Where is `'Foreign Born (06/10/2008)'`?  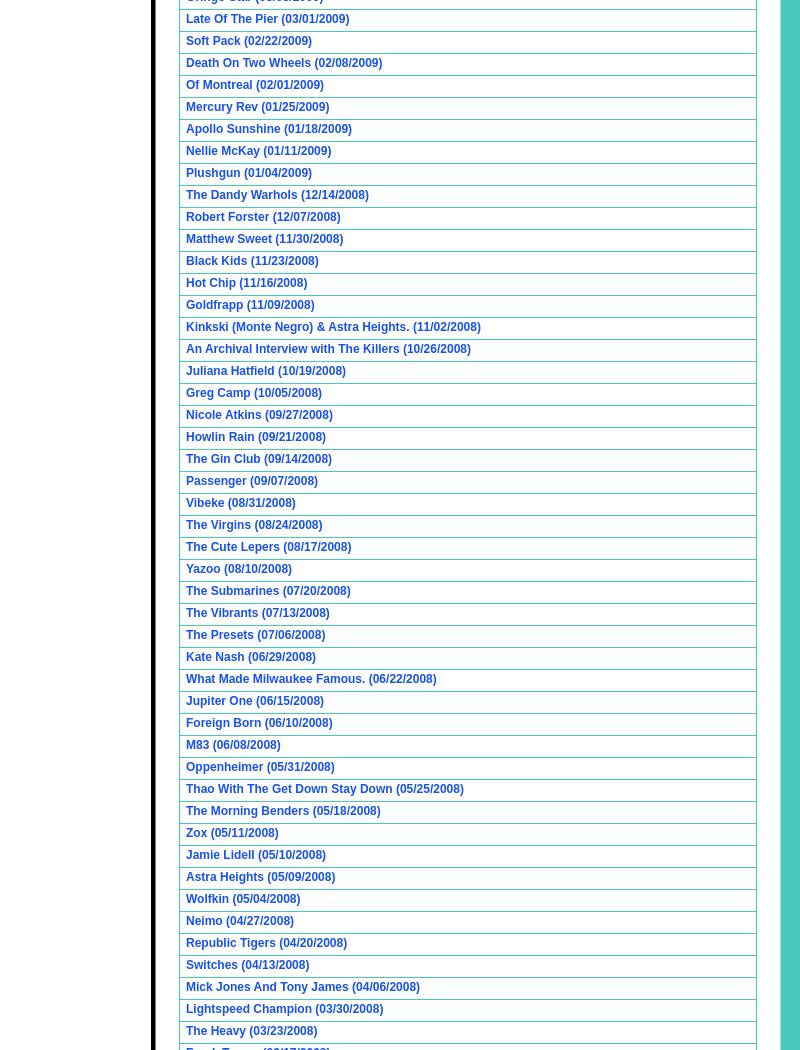 'Foreign Born (06/10/2008)' is located at coordinates (185, 722).